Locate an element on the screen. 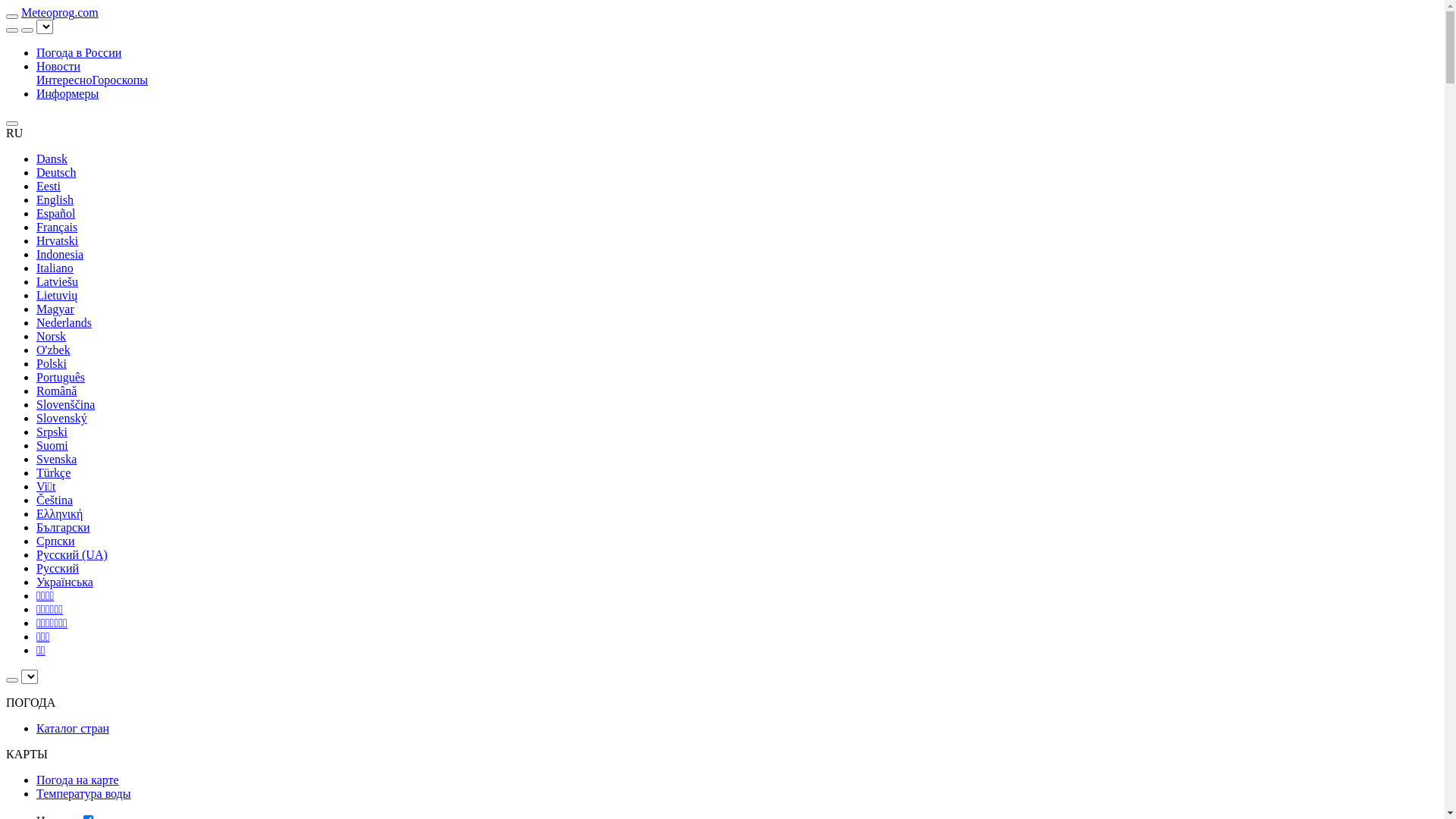 The image size is (1456, 819). 'Italiano' is located at coordinates (55, 267).